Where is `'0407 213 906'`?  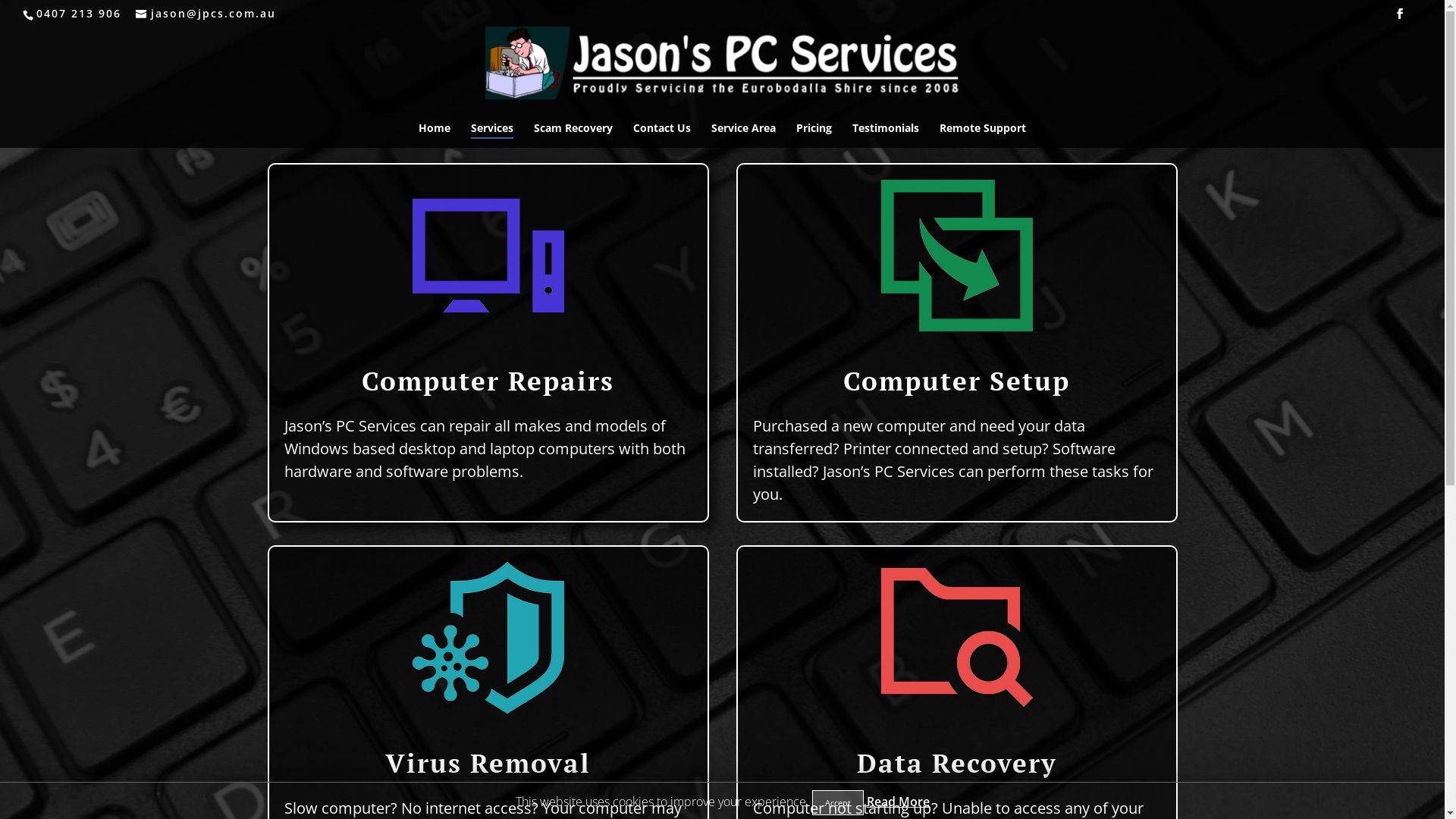 '0407 213 906' is located at coordinates (76, 13).